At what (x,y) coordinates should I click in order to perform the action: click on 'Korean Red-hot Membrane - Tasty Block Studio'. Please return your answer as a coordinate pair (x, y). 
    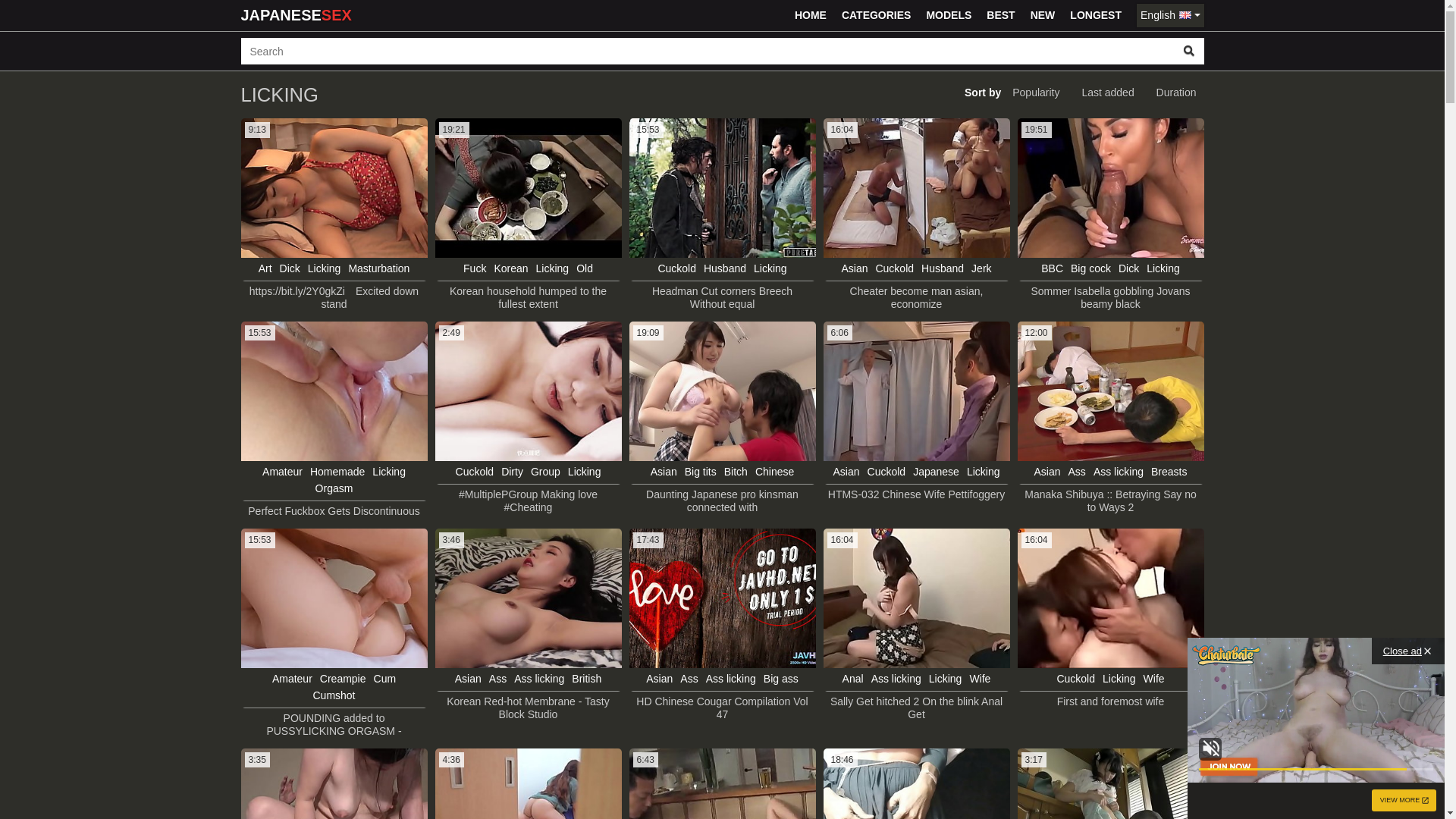
    Looking at the image, I should click on (528, 708).